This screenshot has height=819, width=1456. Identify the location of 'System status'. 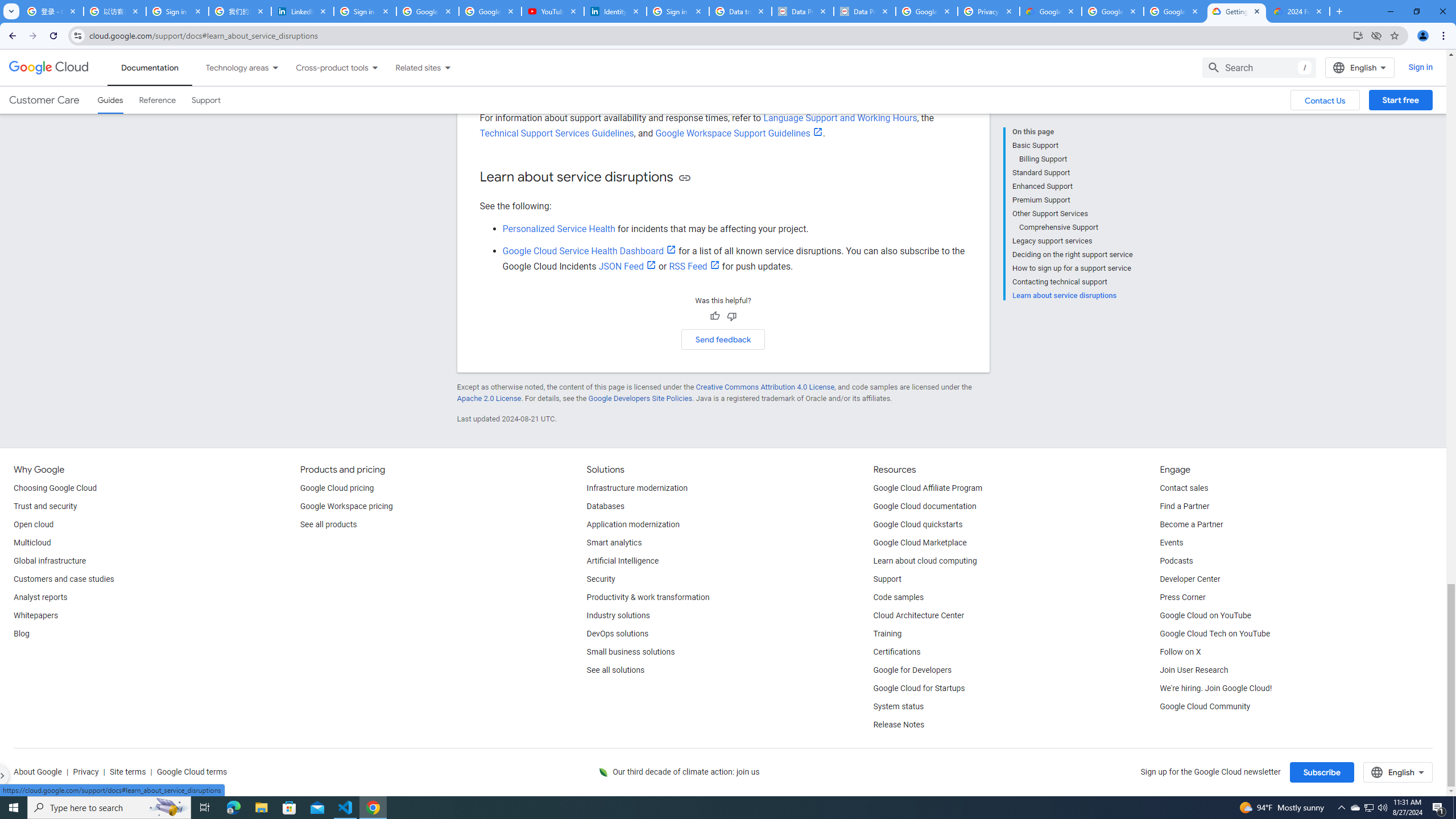
(898, 706).